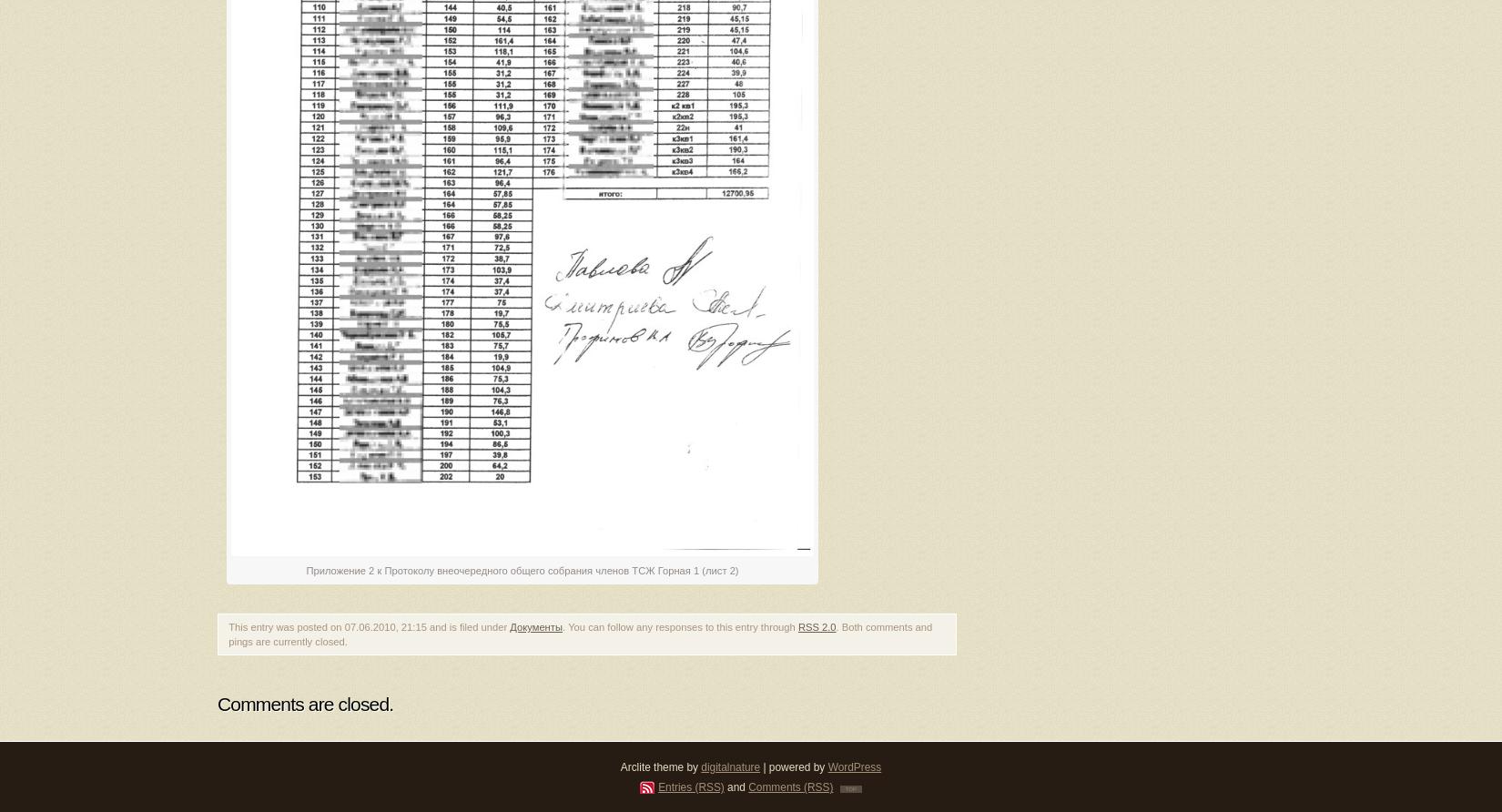 This screenshot has width=1502, height=812. What do you see at coordinates (700, 766) in the screenshot?
I see `'digitalnature'` at bounding box center [700, 766].